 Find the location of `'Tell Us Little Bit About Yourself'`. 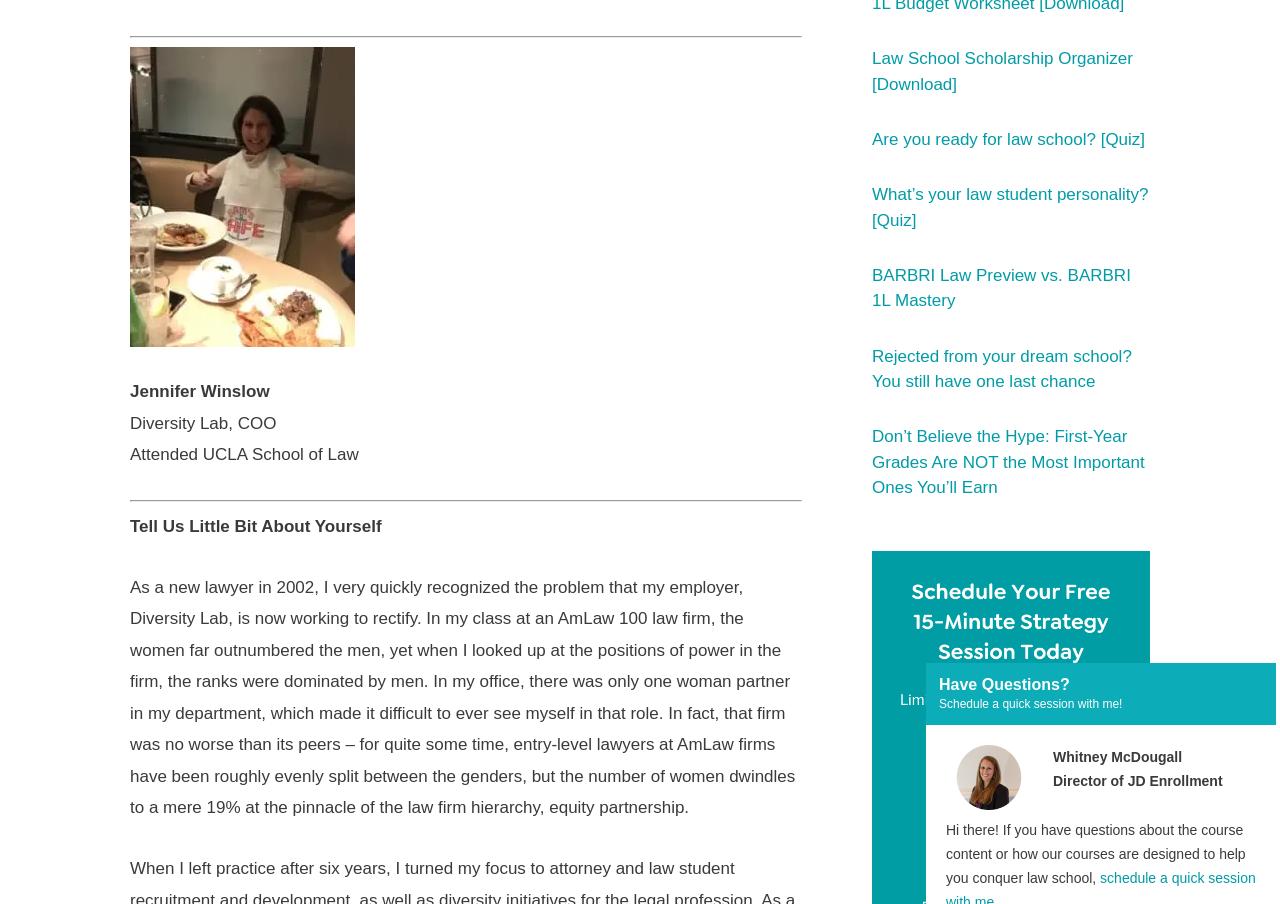

'Tell Us Little Bit About Yourself' is located at coordinates (254, 525).